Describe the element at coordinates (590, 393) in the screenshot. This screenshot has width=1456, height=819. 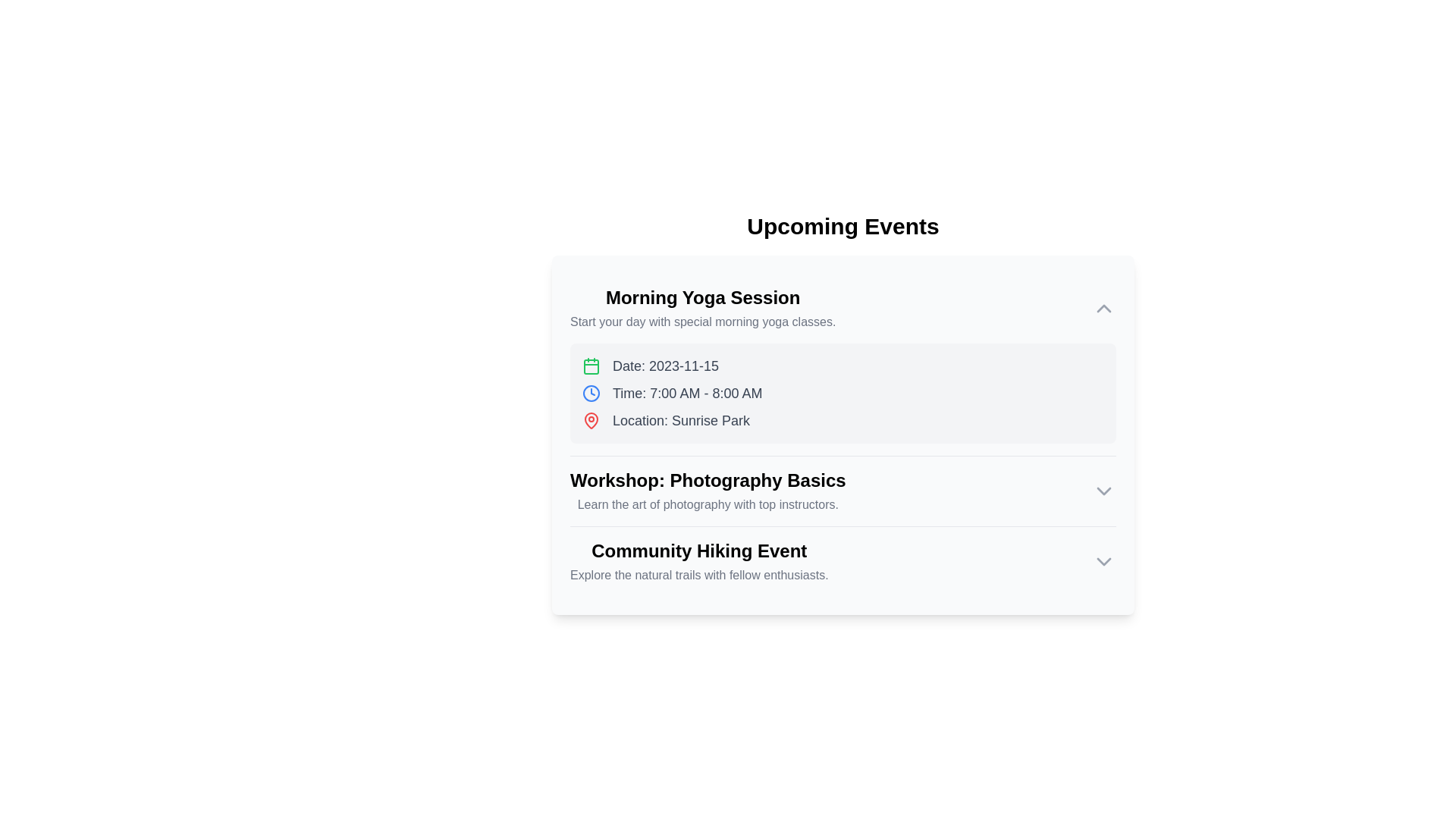
I see `the time icon located to the left of the text 'Time: 7:00 AM - 8:00 AM'` at that location.